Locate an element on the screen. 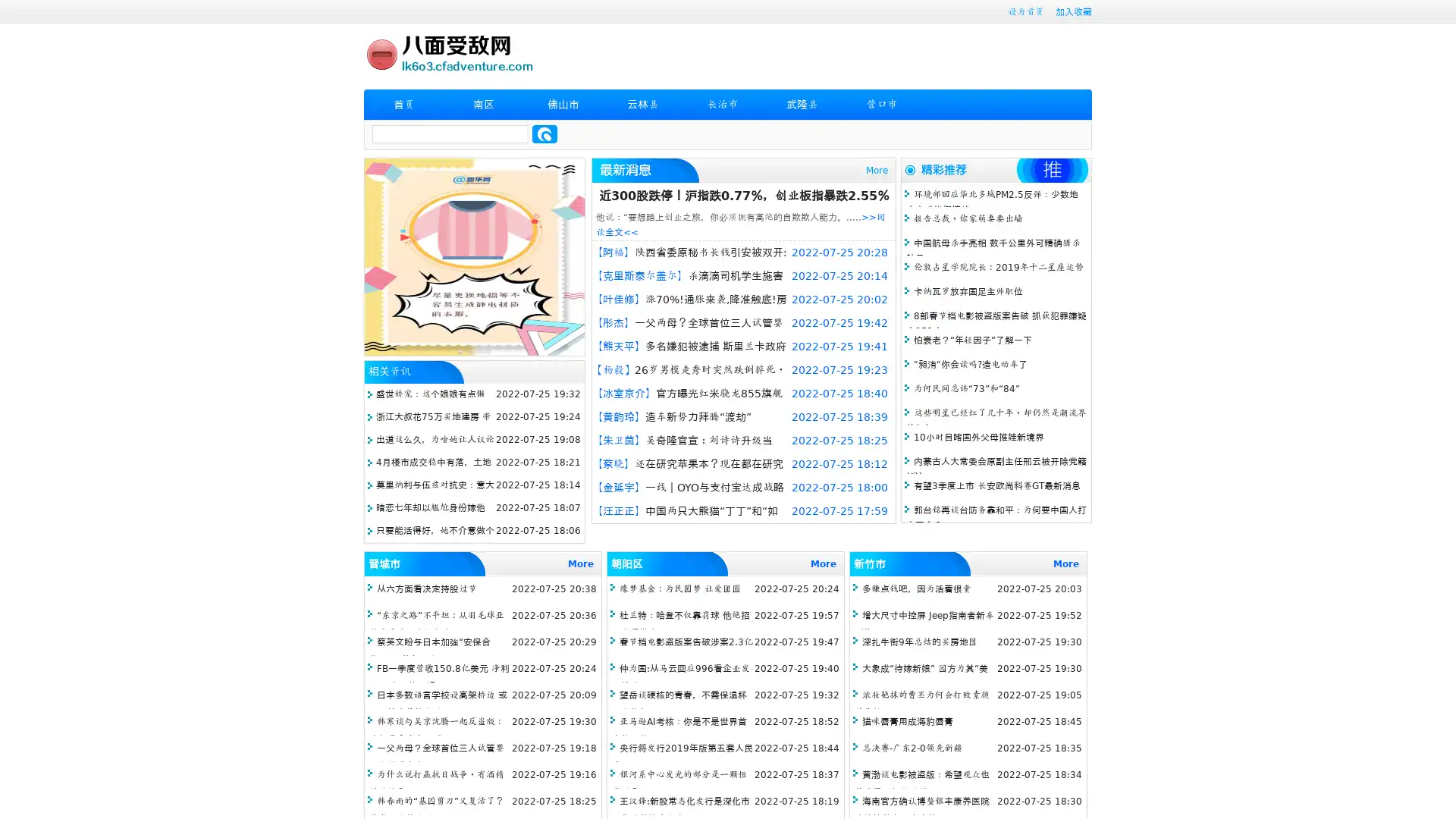  Search is located at coordinates (544, 133).